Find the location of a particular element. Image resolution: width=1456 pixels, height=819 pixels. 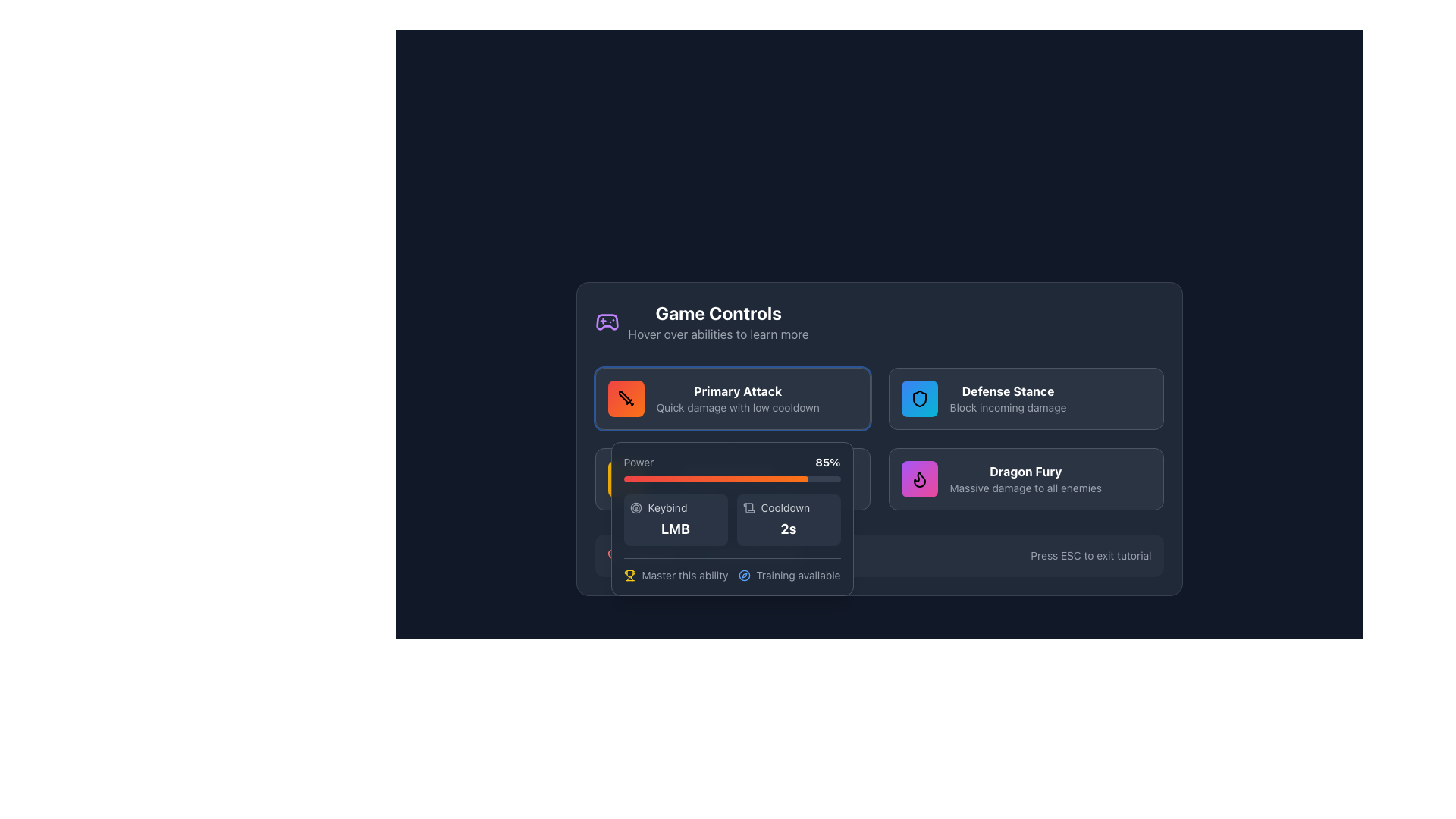

the 'Dragon Fury' skill icon located to the left of the descriptions 'Dragon Fury' and 'Massive damage to all enemies' is located at coordinates (918, 479).